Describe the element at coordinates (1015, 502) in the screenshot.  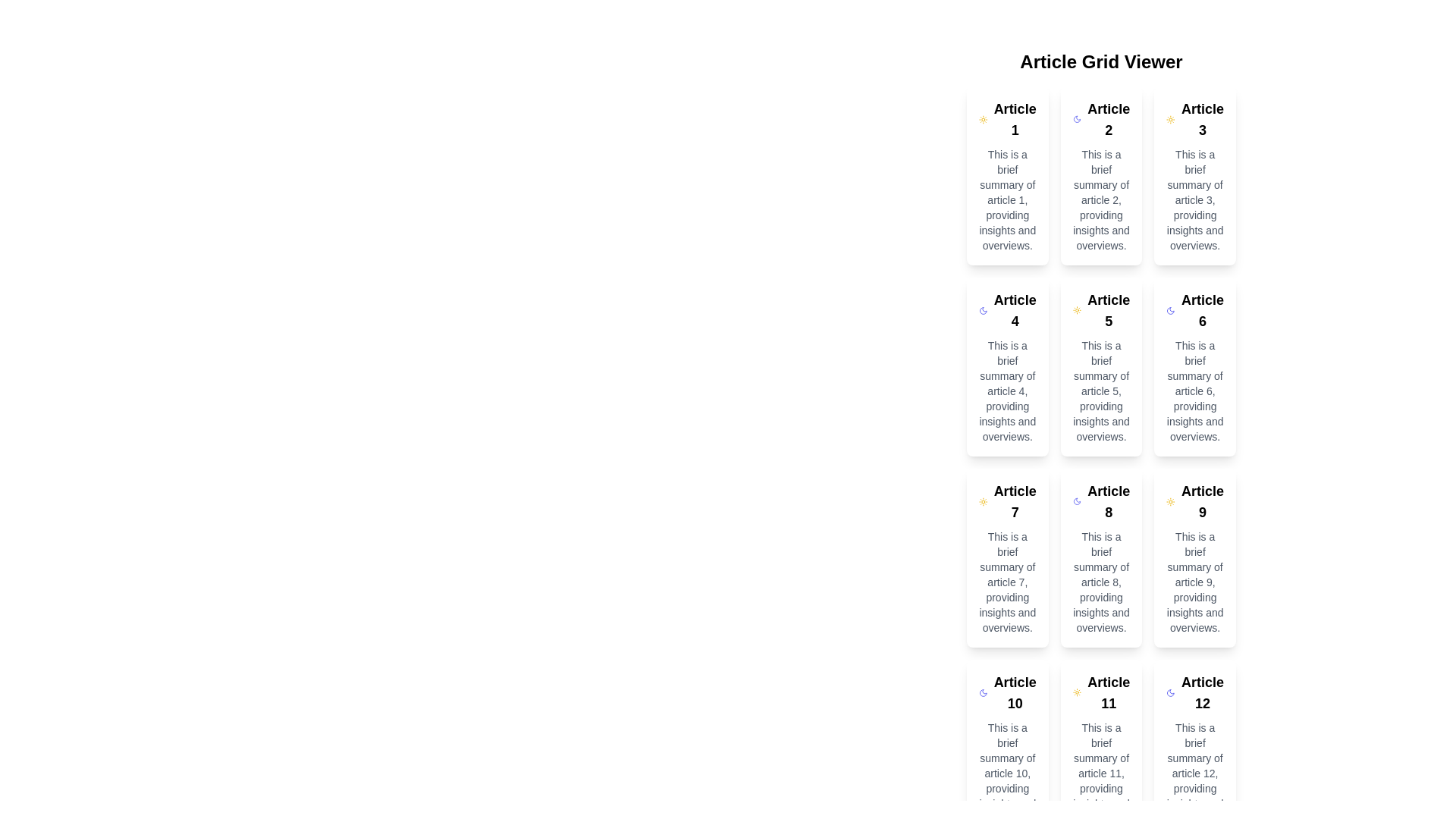
I see `the text node displaying 'Article 7' in the top row of the third column of the 'Article Grid Viewer'` at that location.